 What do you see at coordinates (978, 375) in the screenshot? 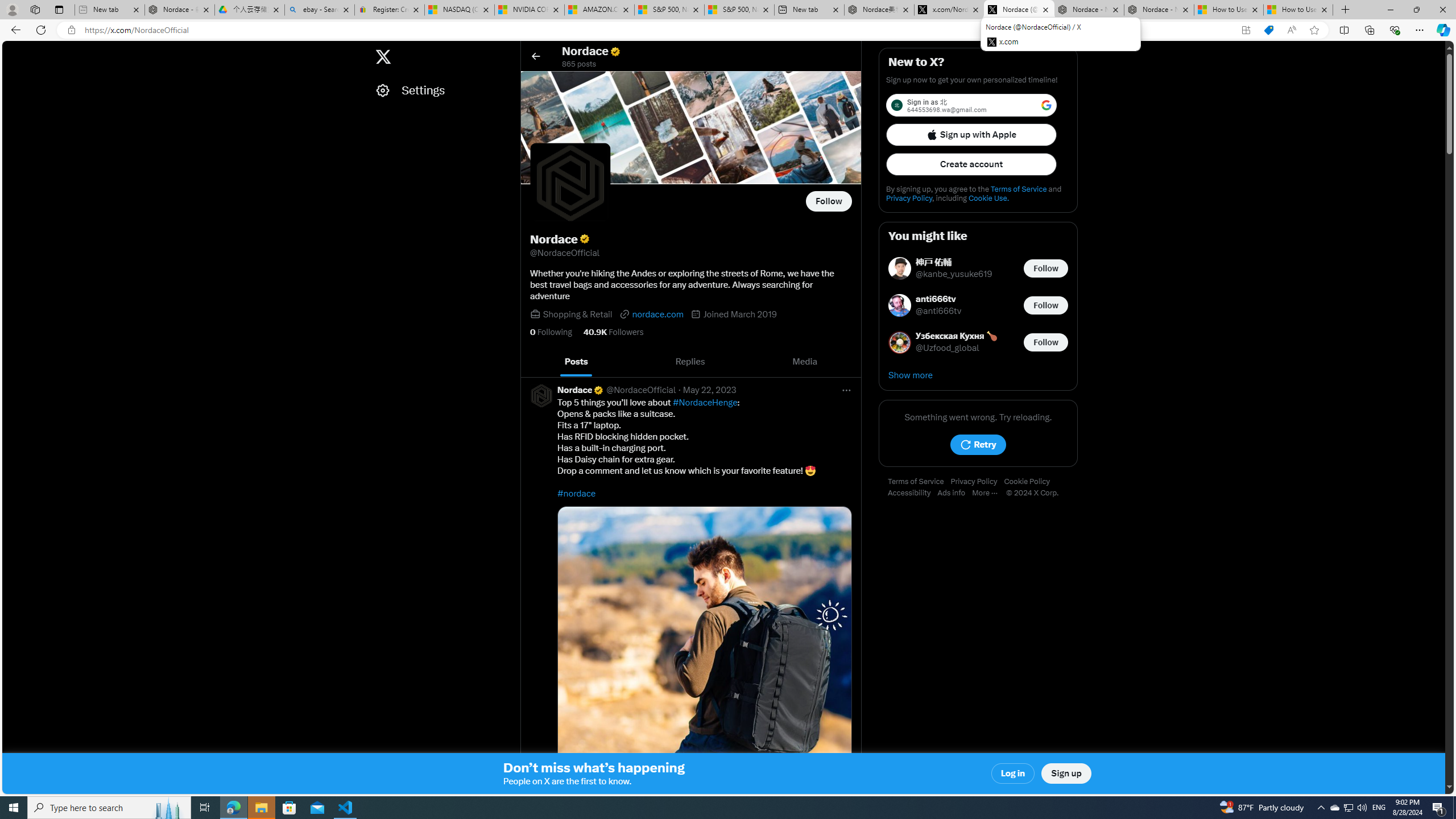
I see `'Show more'` at bounding box center [978, 375].